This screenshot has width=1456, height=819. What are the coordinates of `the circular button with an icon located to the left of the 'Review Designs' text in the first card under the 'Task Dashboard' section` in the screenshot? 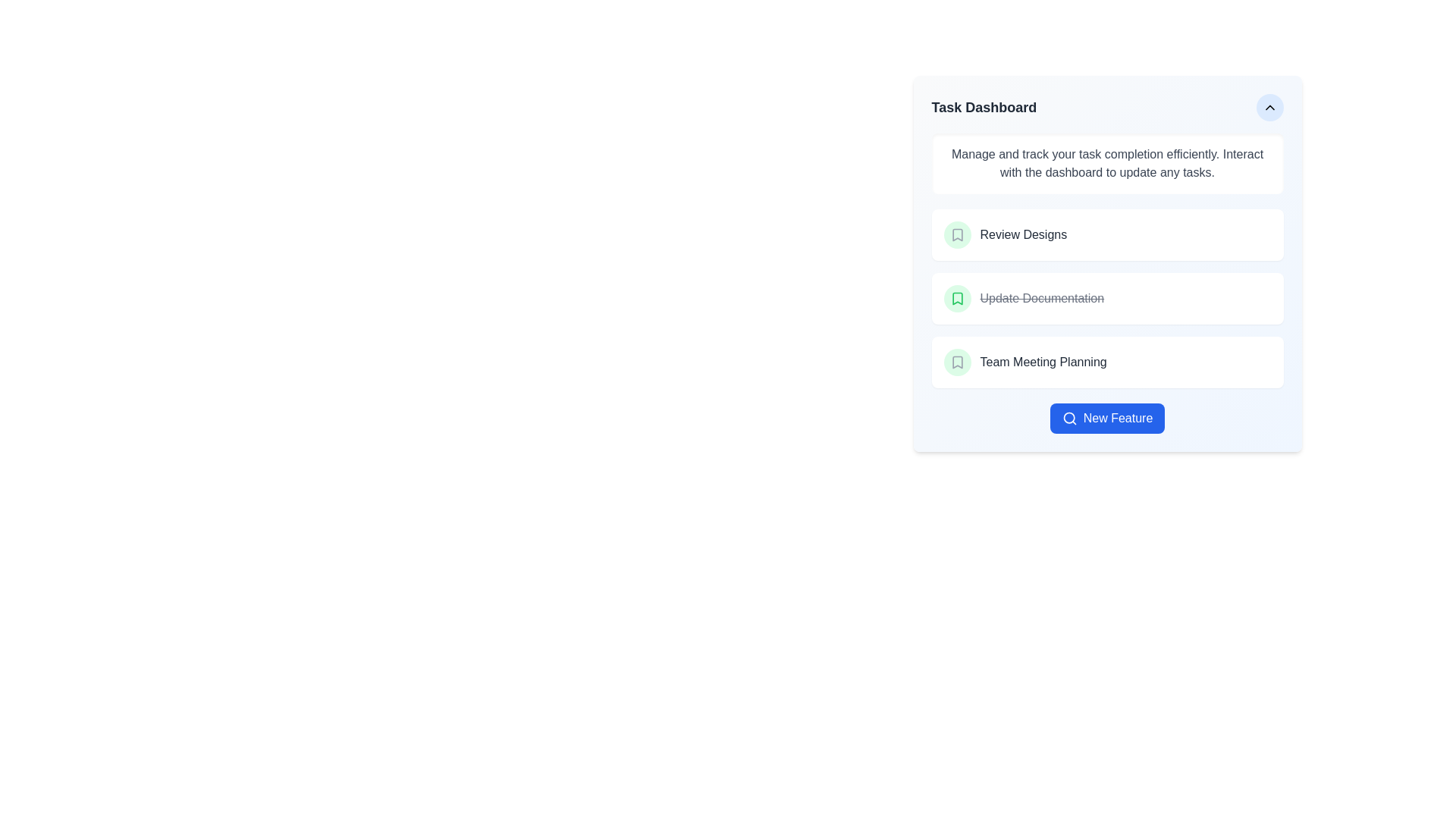 It's located at (956, 234).